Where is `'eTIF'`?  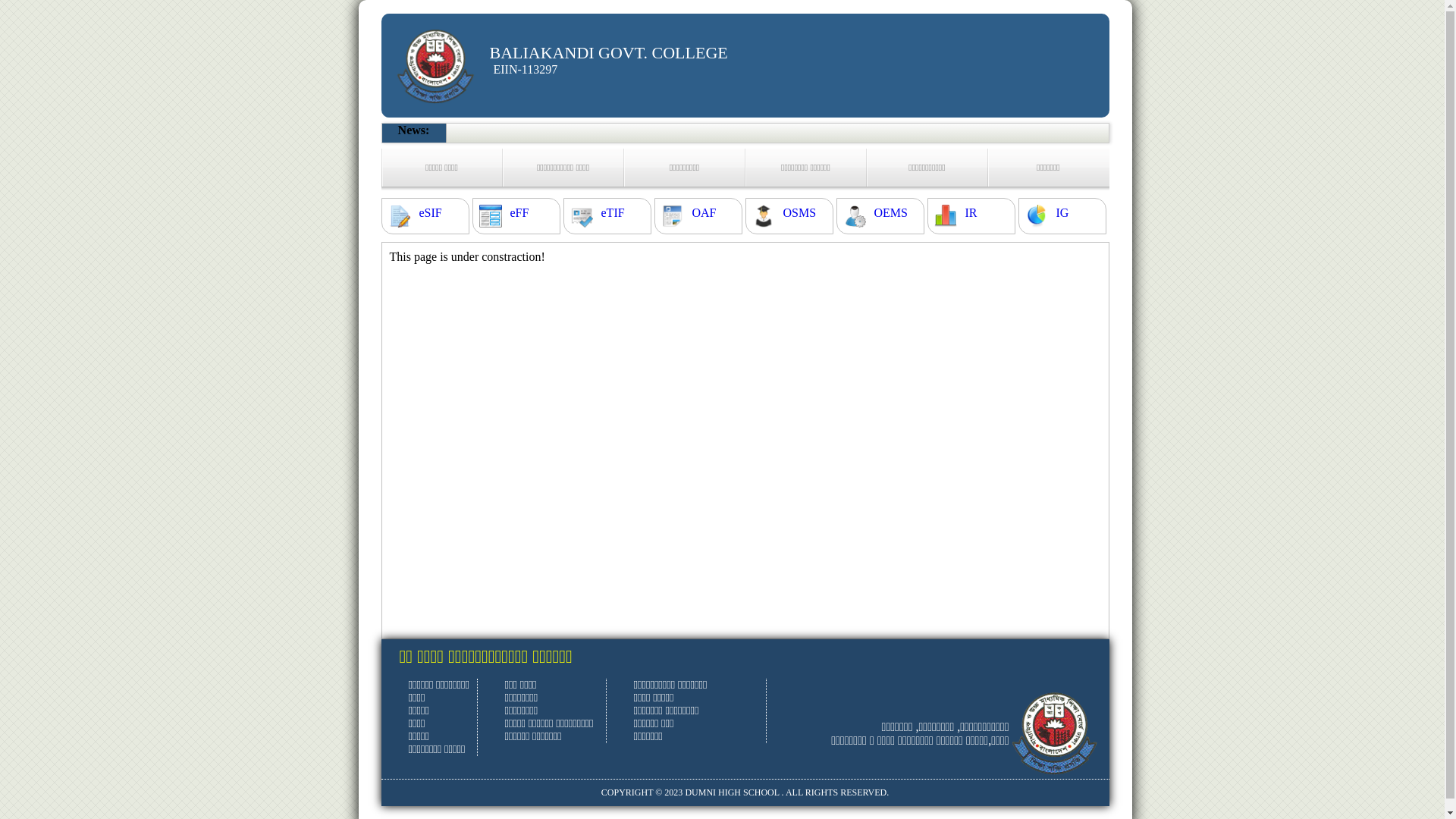
'eTIF' is located at coordinates (612, 213).